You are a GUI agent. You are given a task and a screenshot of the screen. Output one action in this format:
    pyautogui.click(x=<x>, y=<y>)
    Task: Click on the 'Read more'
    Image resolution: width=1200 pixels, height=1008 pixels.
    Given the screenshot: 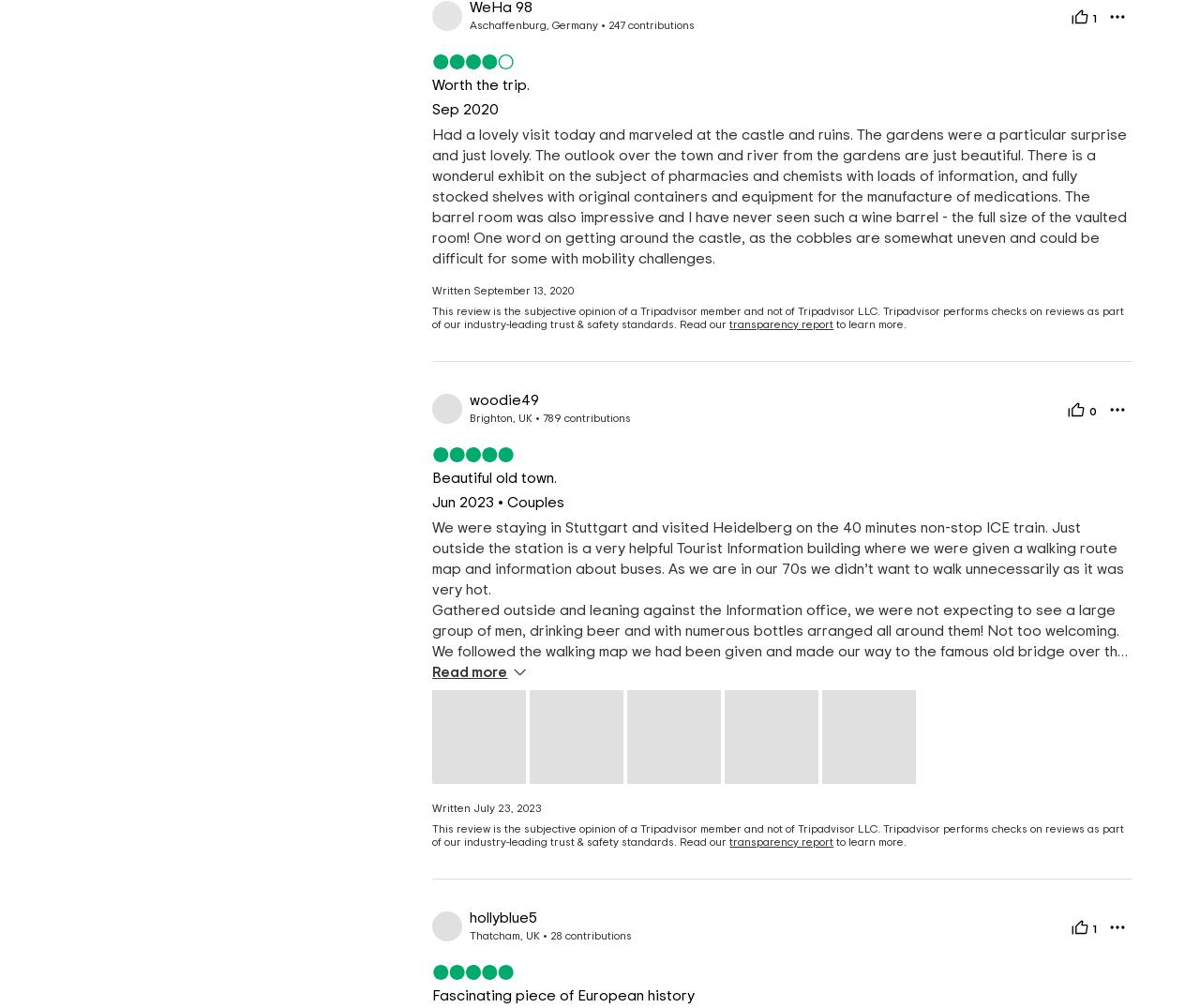 What is the action you would take?
    pyautogui.click(x=469, y=671)
    